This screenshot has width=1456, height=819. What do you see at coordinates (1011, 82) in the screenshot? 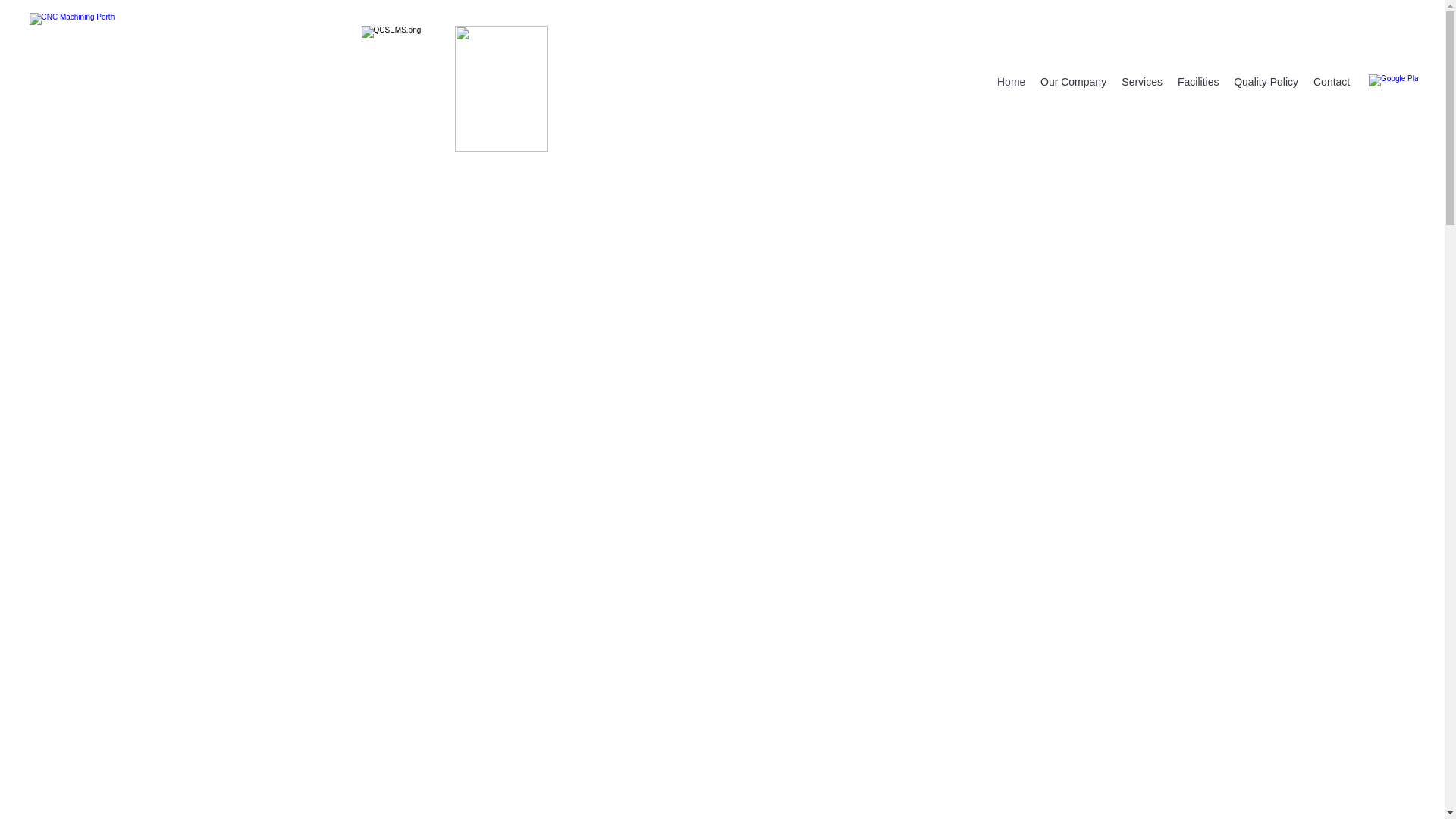
I see `'Home'` at bounding box center [1011, 82].